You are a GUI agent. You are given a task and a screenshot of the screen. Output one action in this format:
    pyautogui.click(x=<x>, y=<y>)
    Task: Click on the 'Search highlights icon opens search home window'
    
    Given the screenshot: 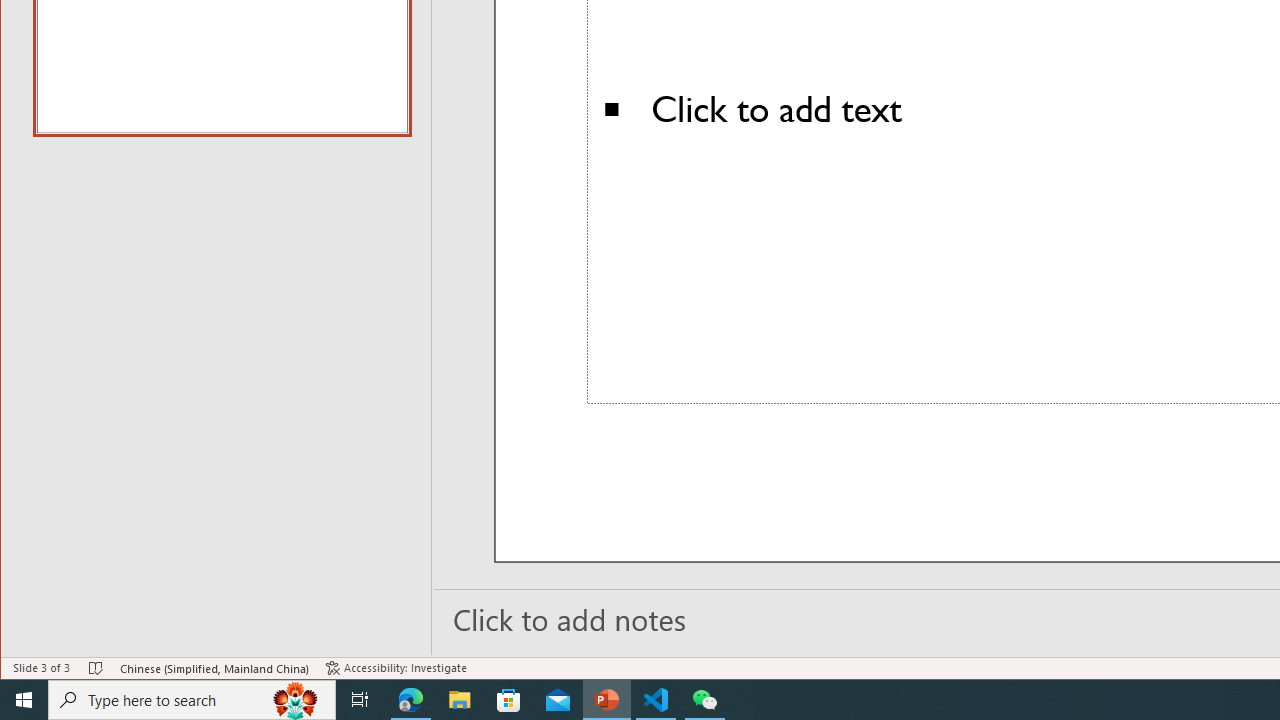 What is the action you would take?
    pyautogui.click(x=294, y=698)
    